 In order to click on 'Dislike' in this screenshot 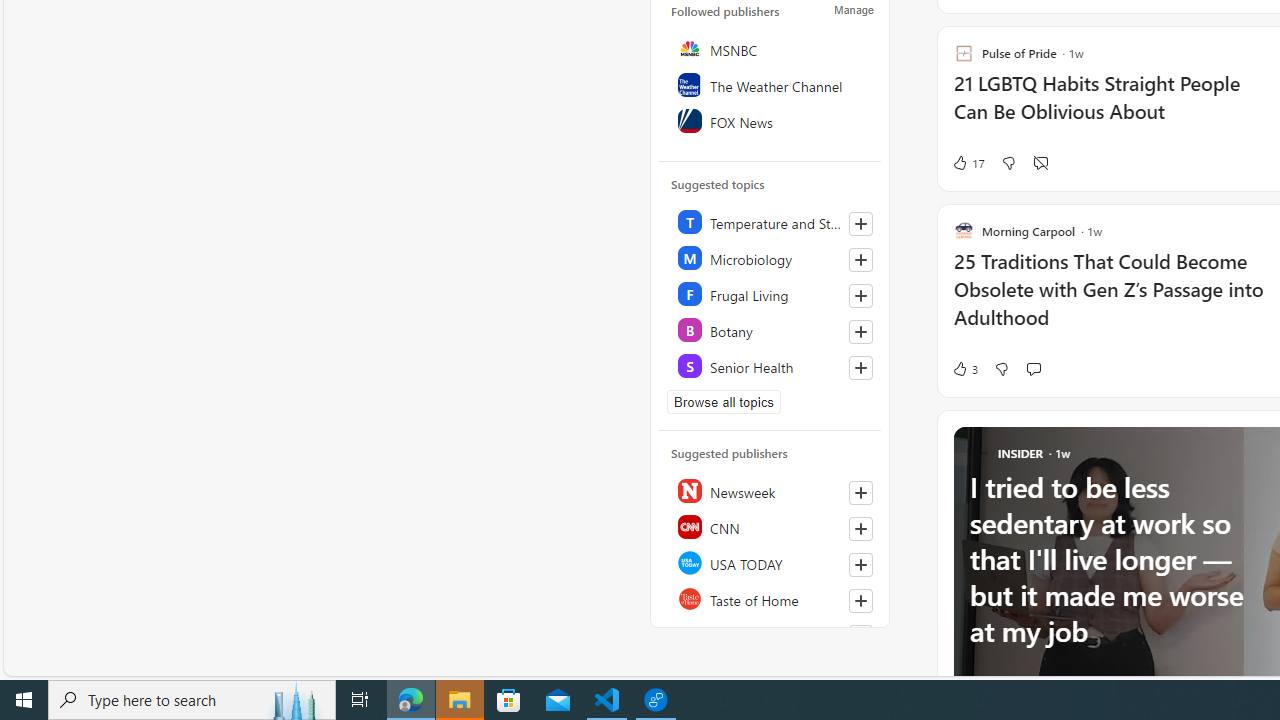, I will do `click(1001, 368)`.